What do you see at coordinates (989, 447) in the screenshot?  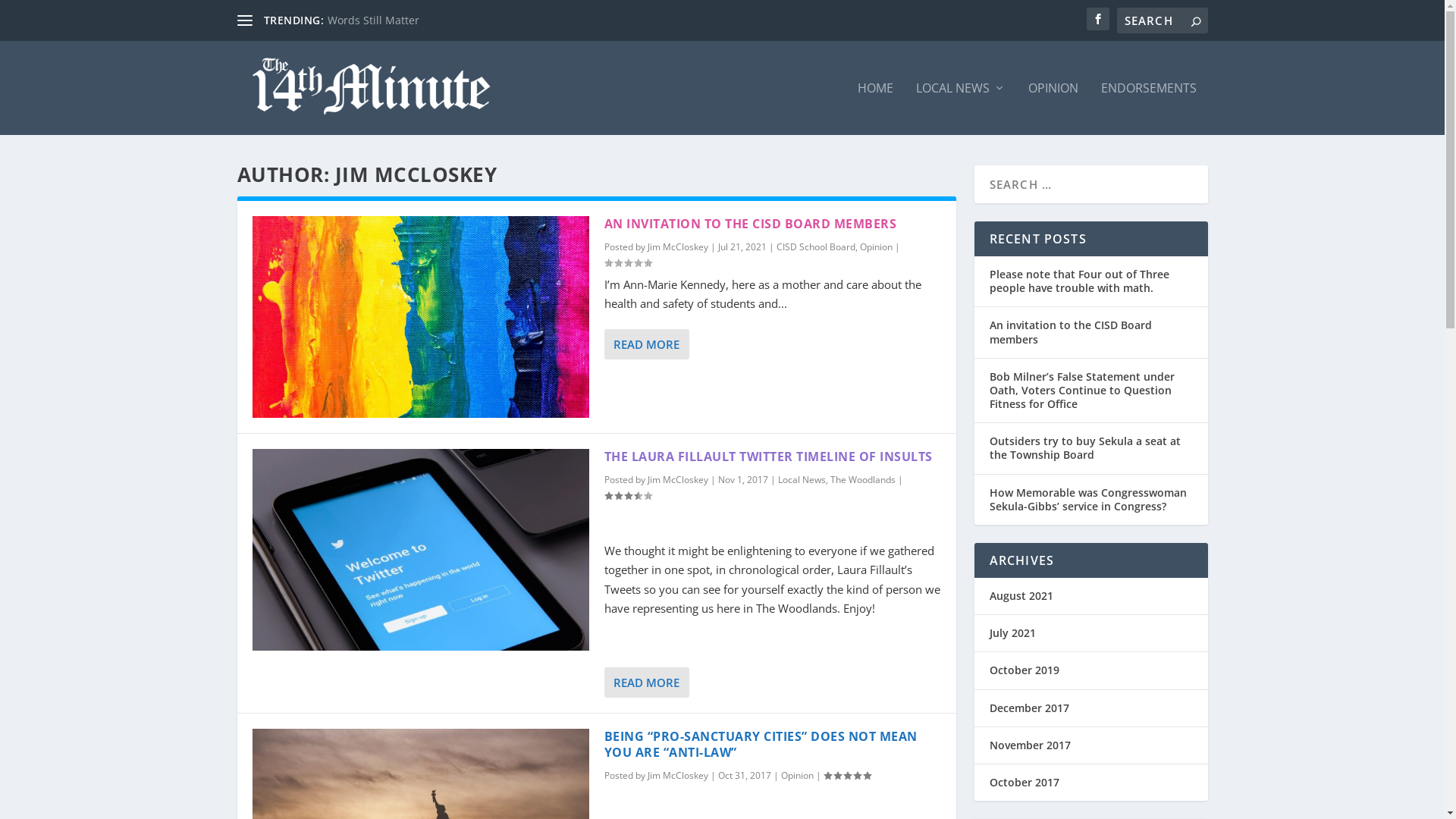 I see `'Outsiders try to buy Sekula a seat at the Township Board'` at bounding box center [989, 447].